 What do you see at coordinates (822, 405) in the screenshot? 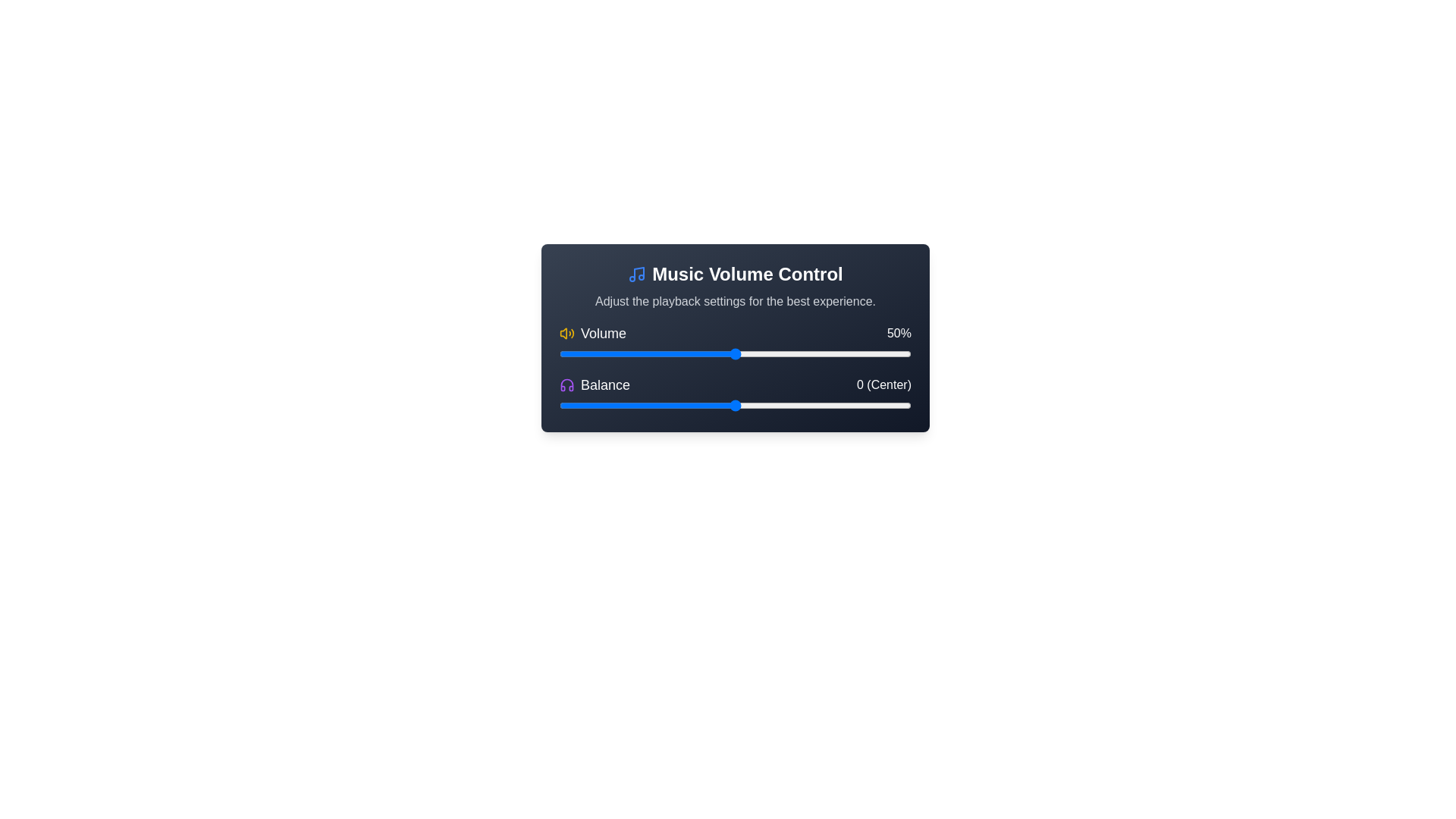
I see `the balance slider to 25 value` at bounding box center [822, 405].